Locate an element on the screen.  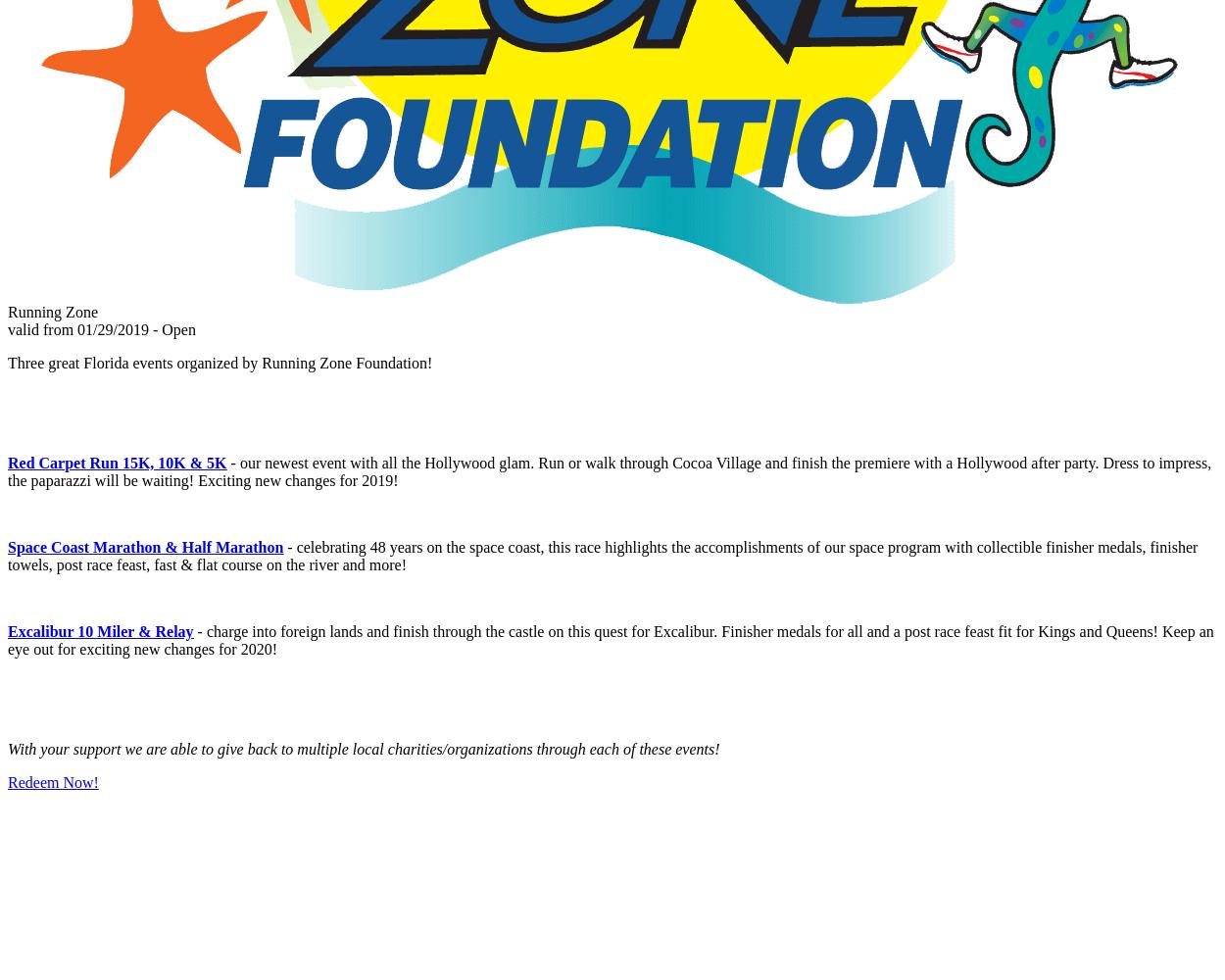
'valid from 01/29/2019 - Open' is located at coordinates (100, 328).